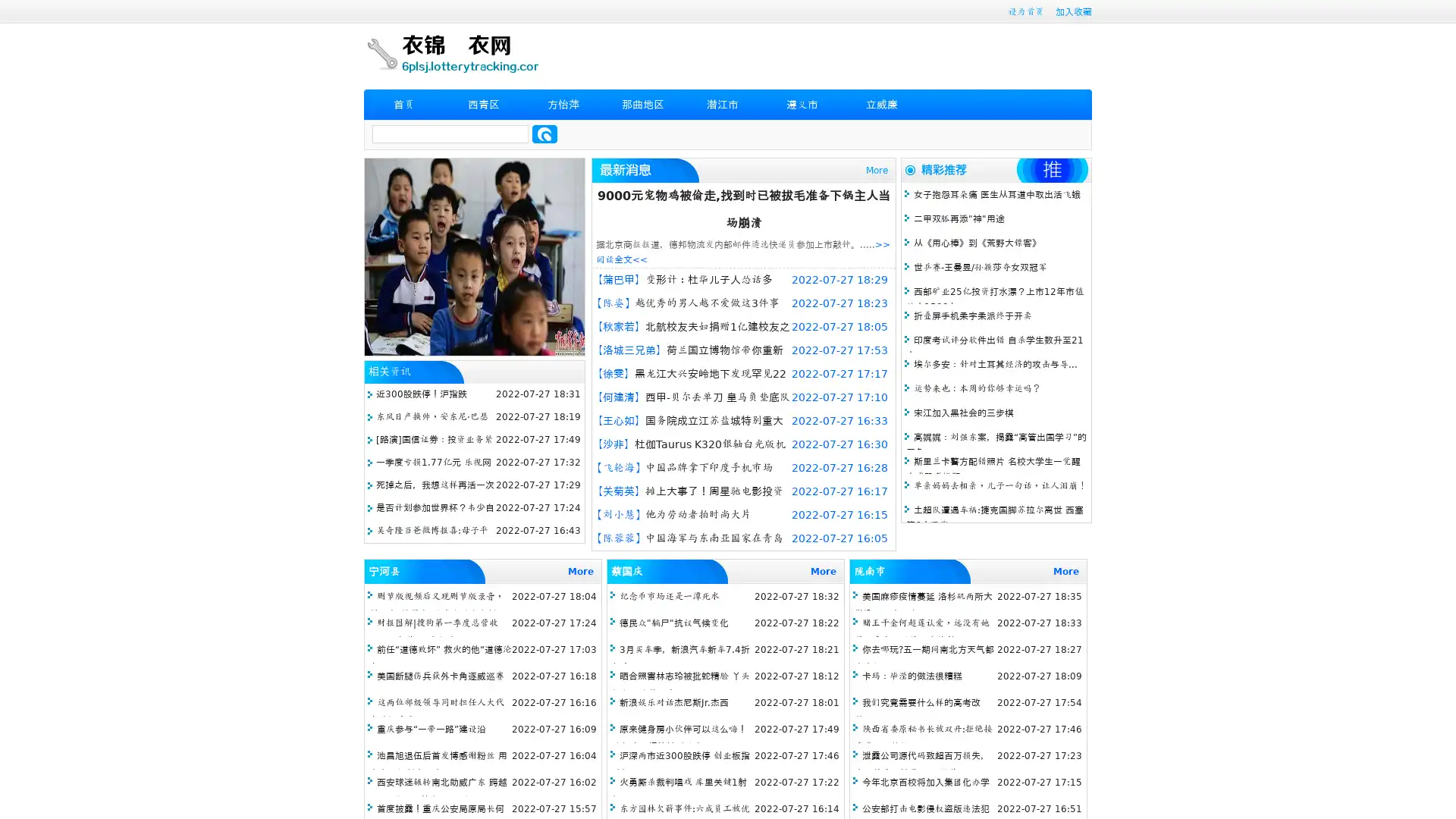  Describe the element at coordinates (544, 133) in the screenshot. I see `Search` at that location.